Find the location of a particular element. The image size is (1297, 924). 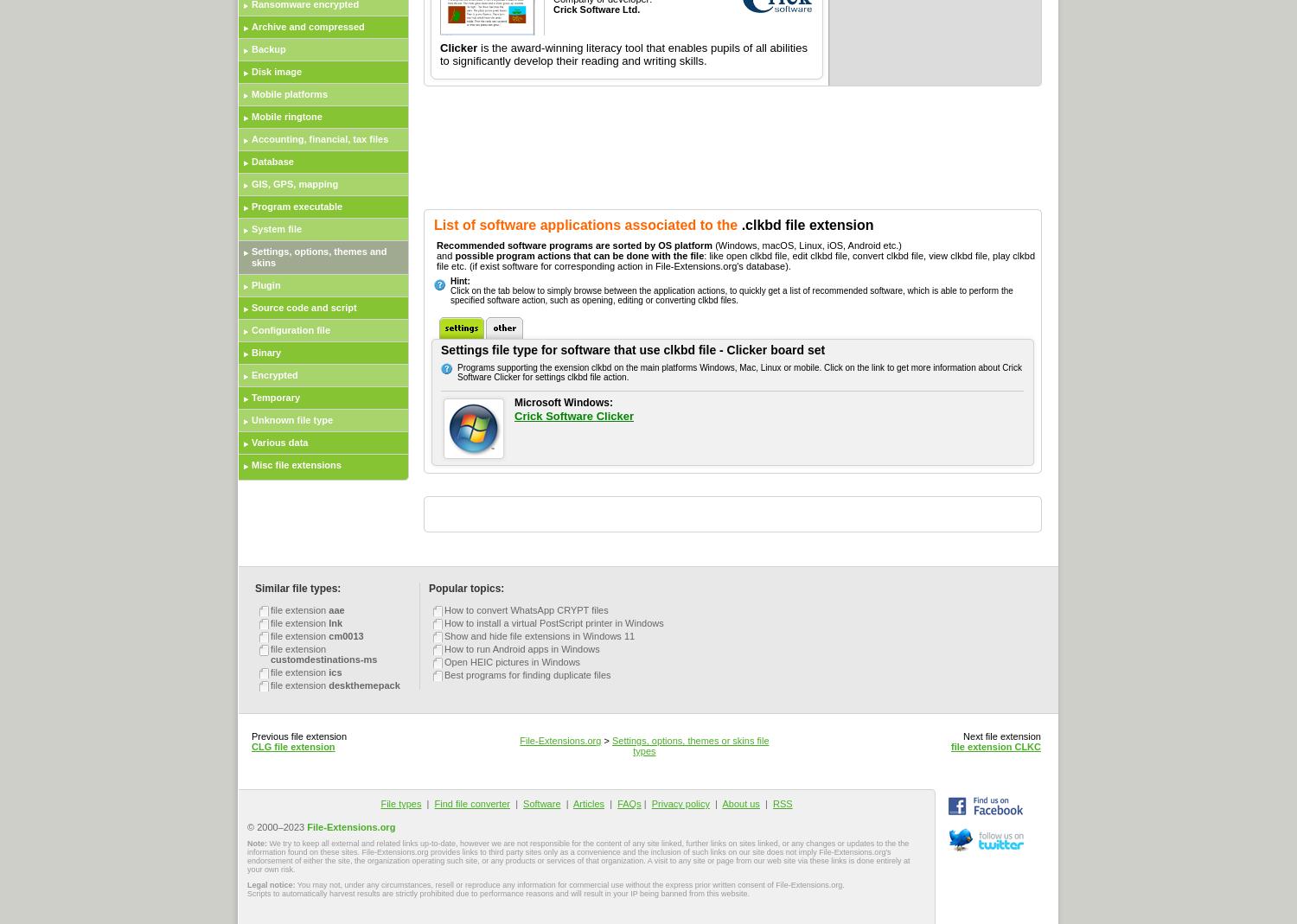

'Settings file type for software that use clkbd file - Clicker board set' is located at coordinates (632, 348).